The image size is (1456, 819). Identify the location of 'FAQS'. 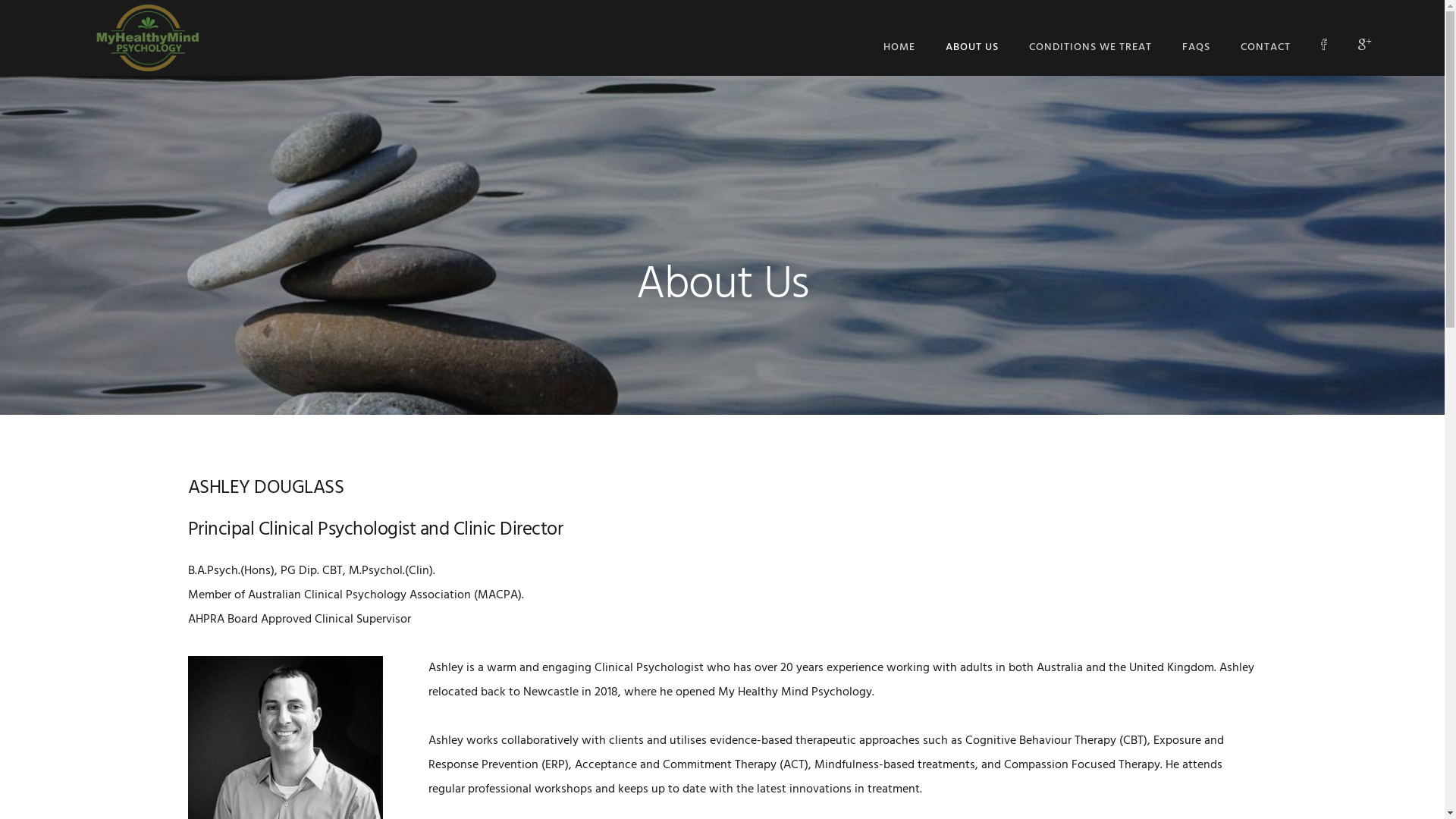
(1195, 46).